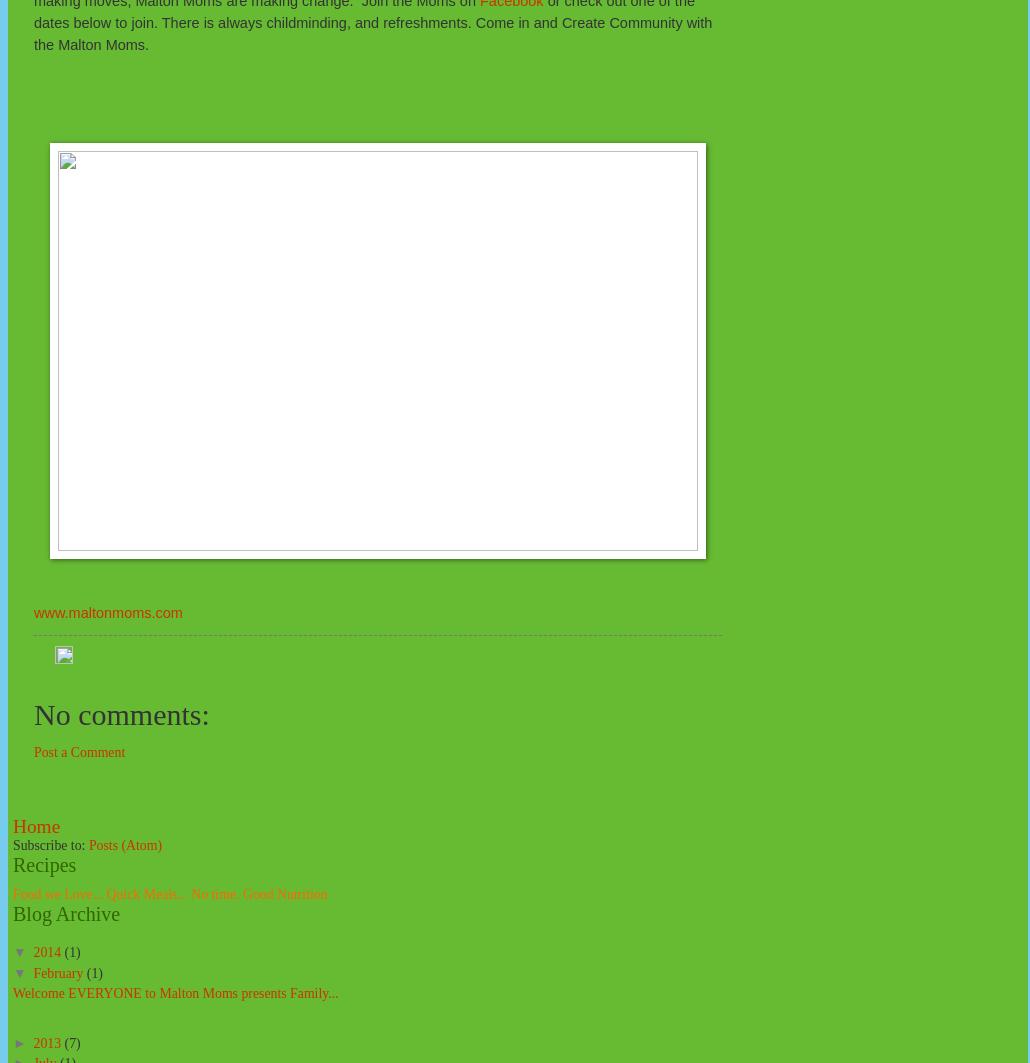  What do you see at coordinates (71, 1041) in the screenshot?
I see `'(7)'` at bounding box center [71, 1041].